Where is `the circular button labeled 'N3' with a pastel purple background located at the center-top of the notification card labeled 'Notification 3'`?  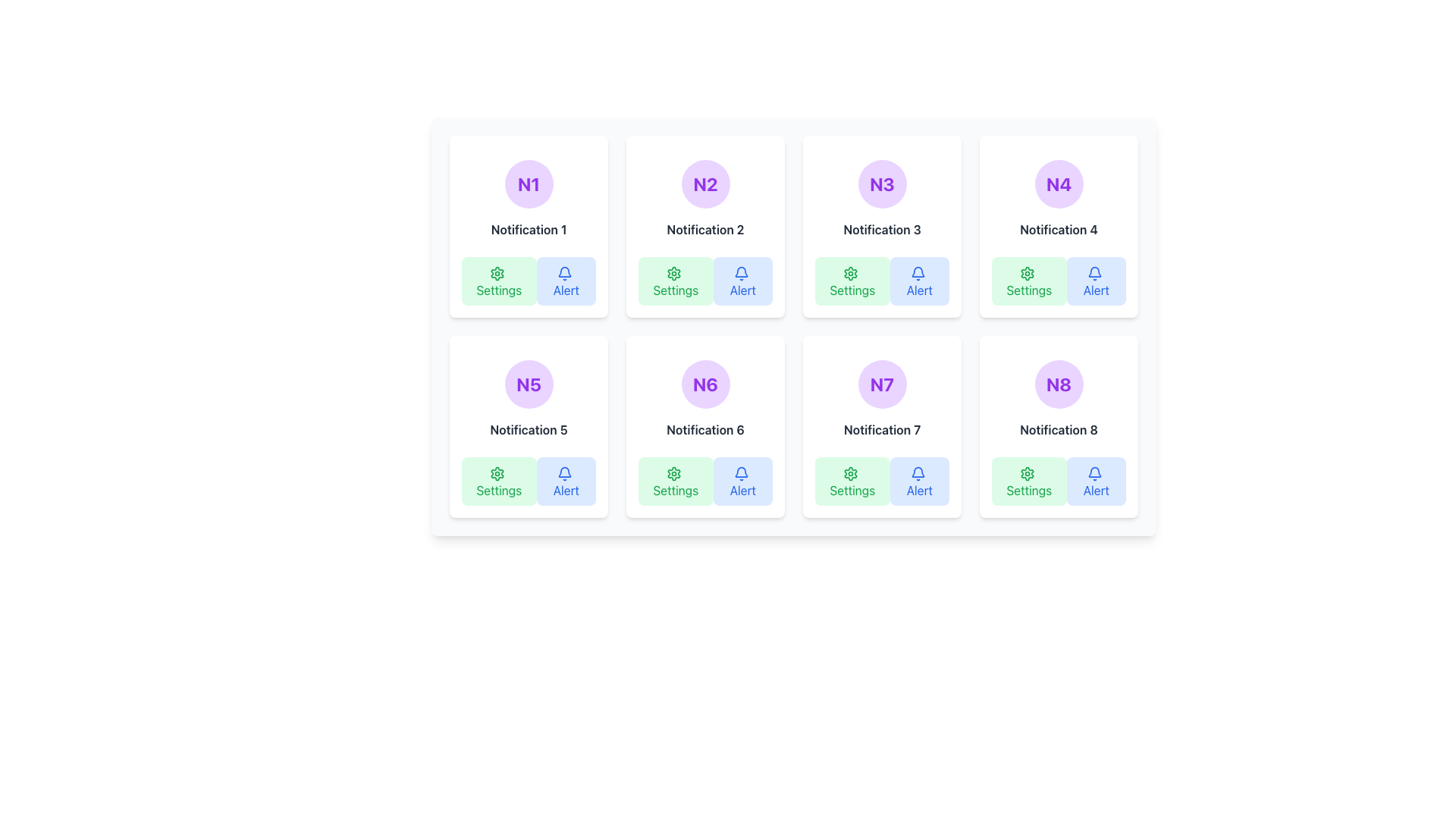 the circular button labeled 'N3' with a pastel purple background located at the center-top of the notification card labeled 'Notification 3' is located at coordinates (882, 184).